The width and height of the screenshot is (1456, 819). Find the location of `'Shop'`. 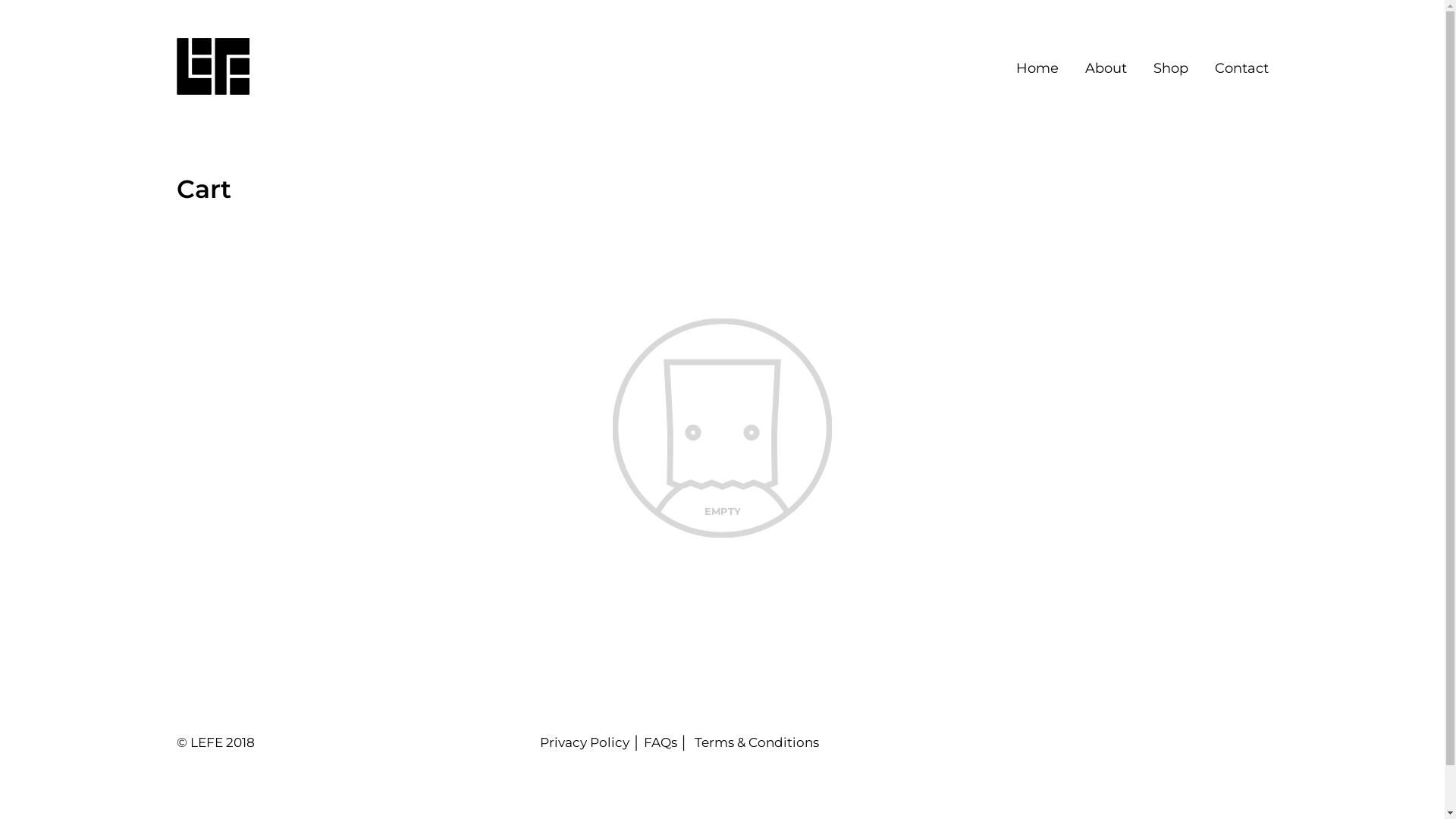

'Shop' is located at coordinates (1153, 67).